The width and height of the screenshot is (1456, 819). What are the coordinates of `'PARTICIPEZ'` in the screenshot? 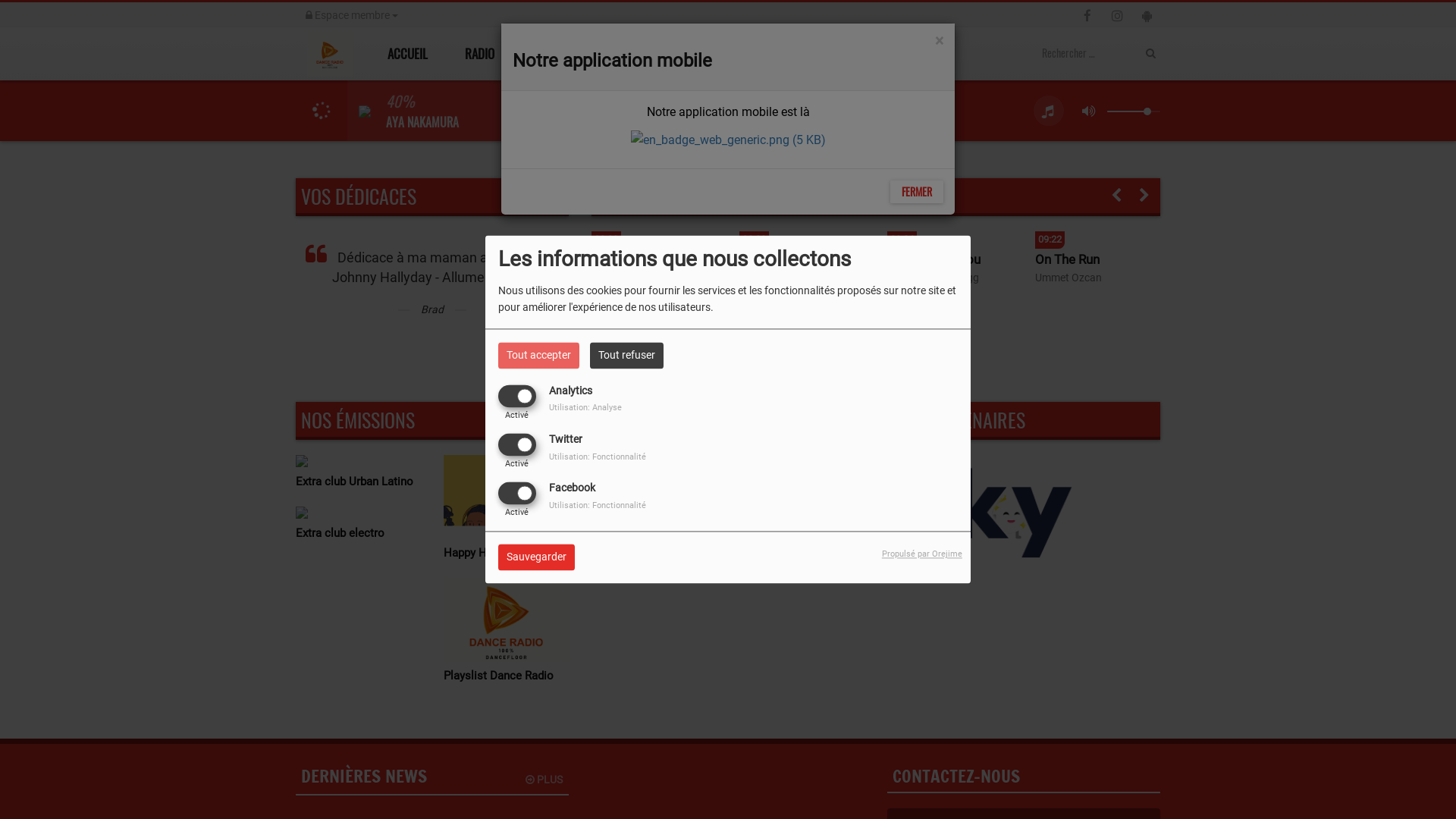 It's located at (752, 52).